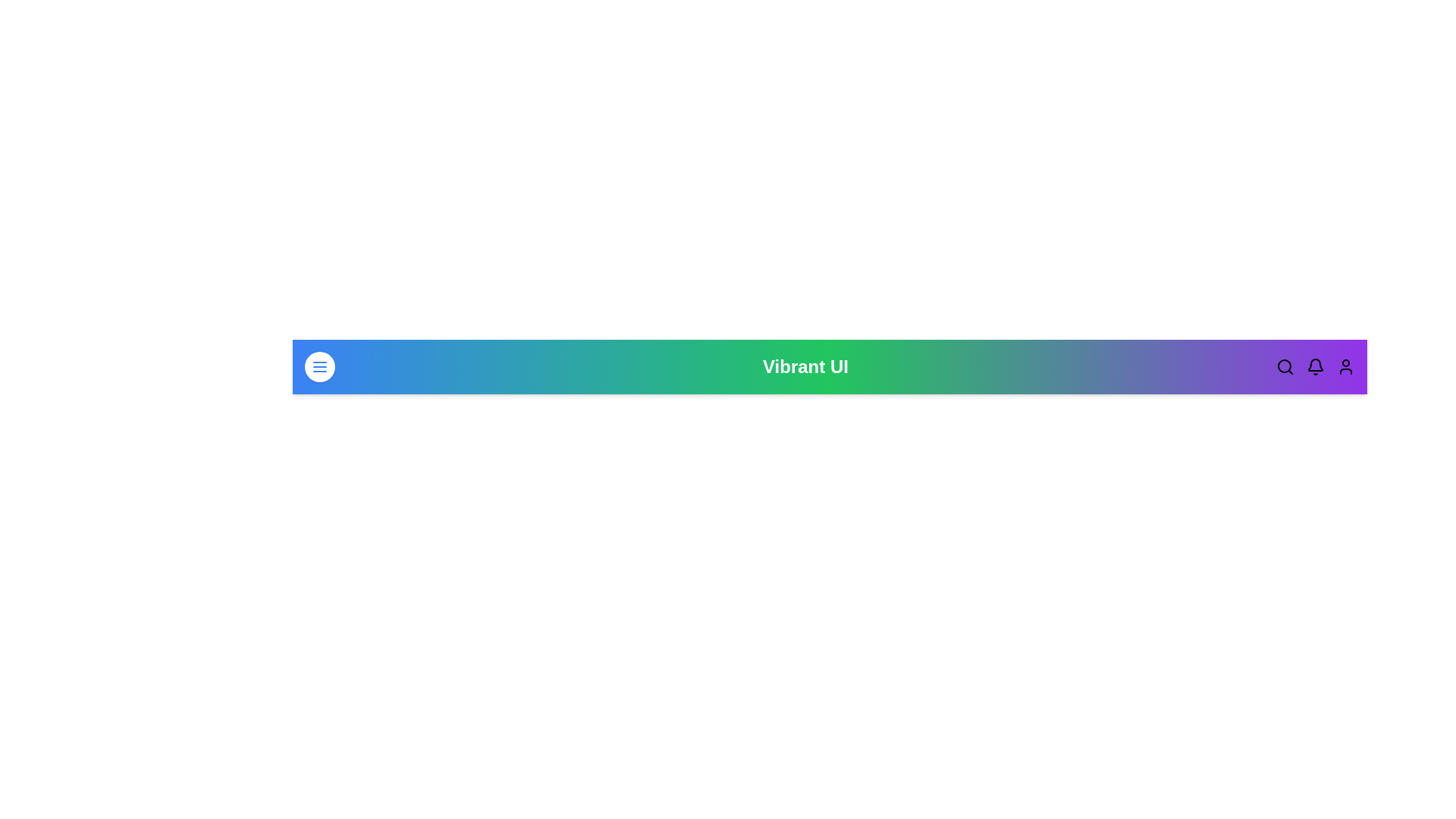 The height and width of the screenshot is (819, 1456). Describe the element at coordinates (319, 366) in the screenshot. I see `the menu icon to toggle the menu drawer` at that location.